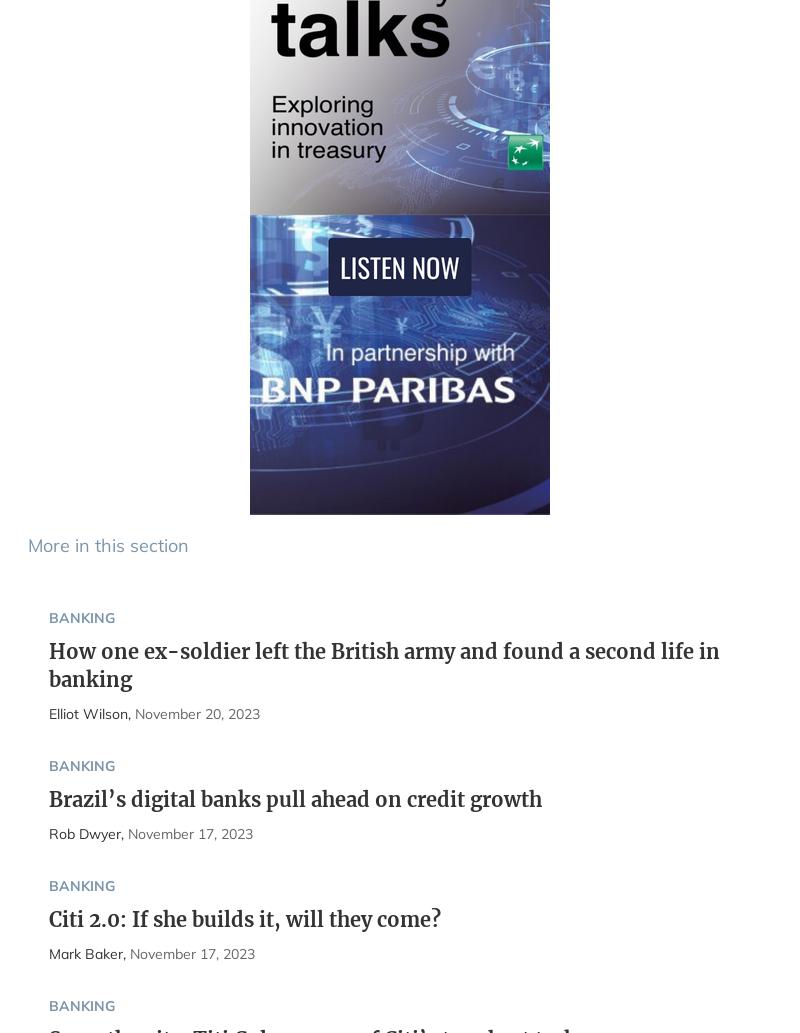 The width and height of the screenshot is (800, 1033). I want to click on 'Elliot Wilson', so click(87, 712).